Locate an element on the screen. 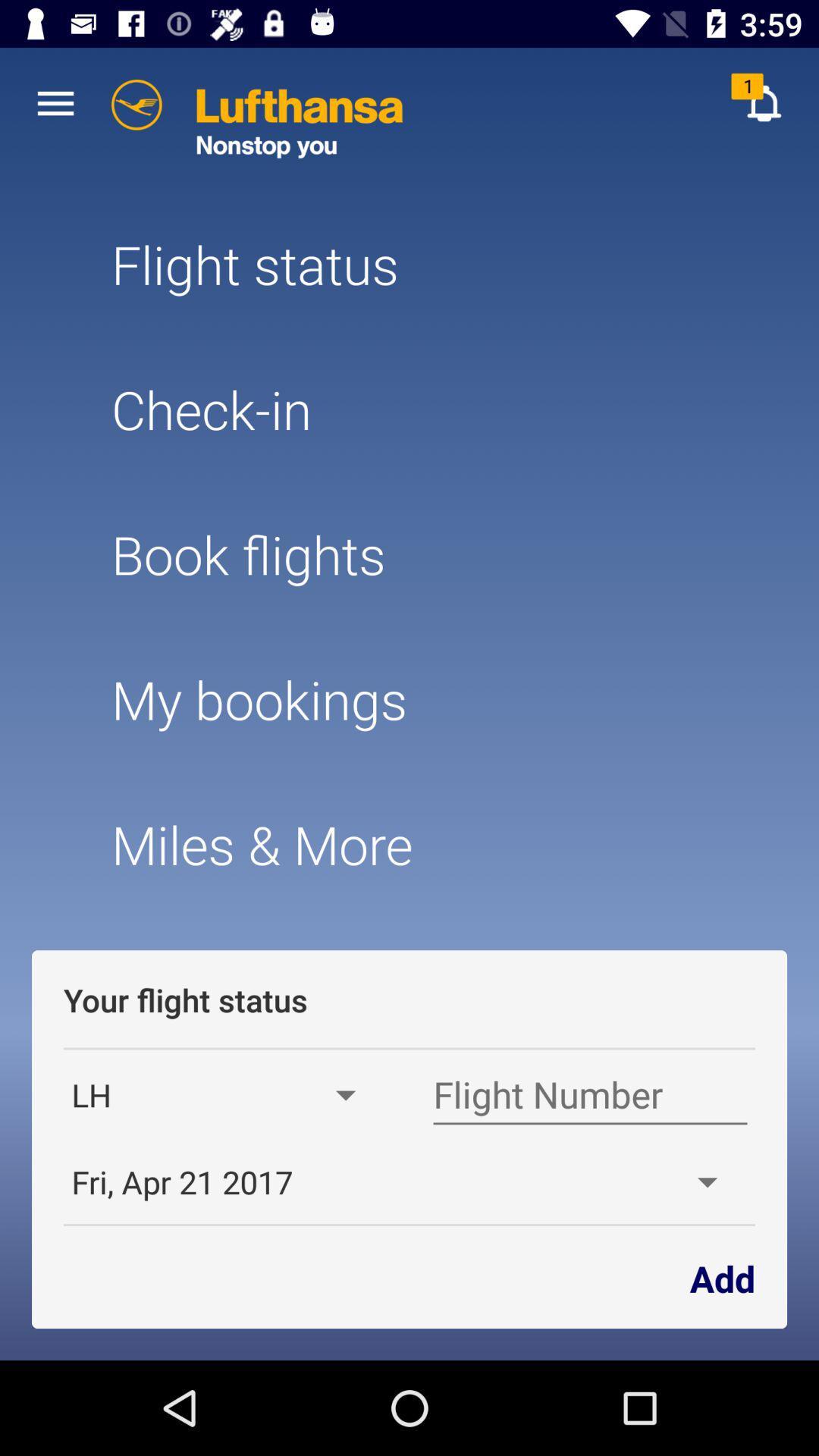  the check-in item is located at coordinates (409, 409).